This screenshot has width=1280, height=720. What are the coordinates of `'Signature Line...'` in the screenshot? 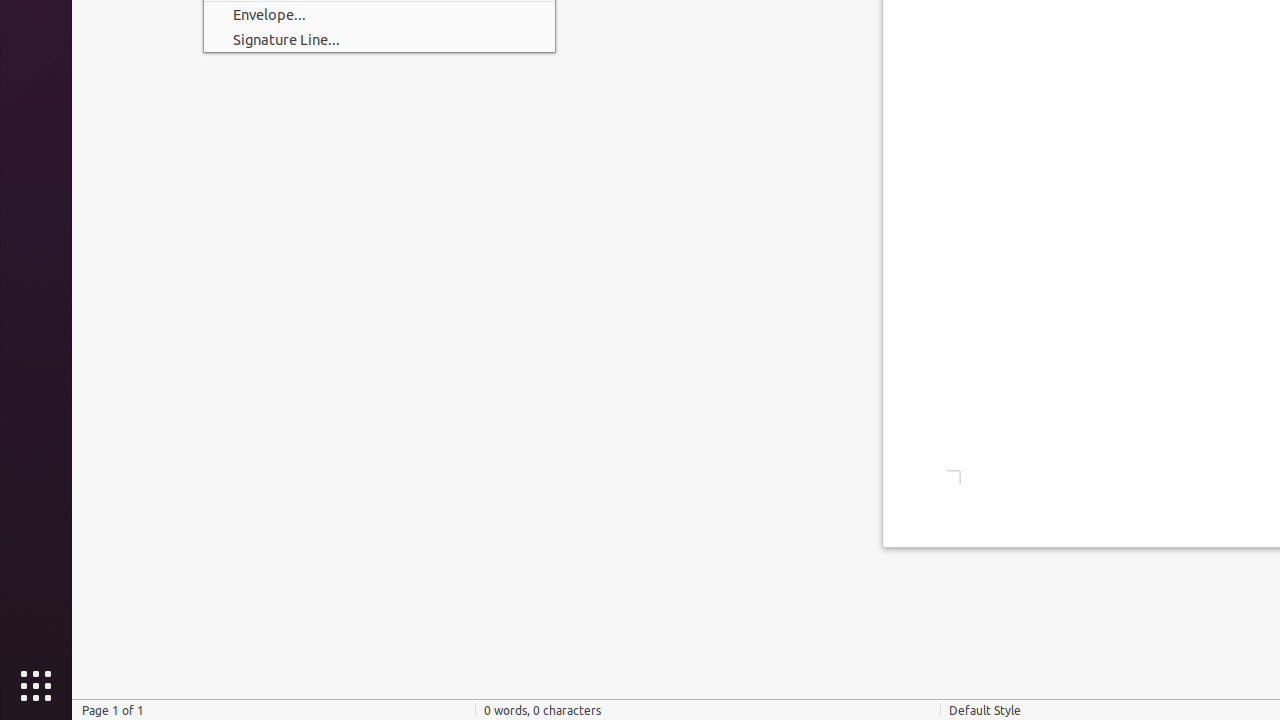 It's located at (379, 39).